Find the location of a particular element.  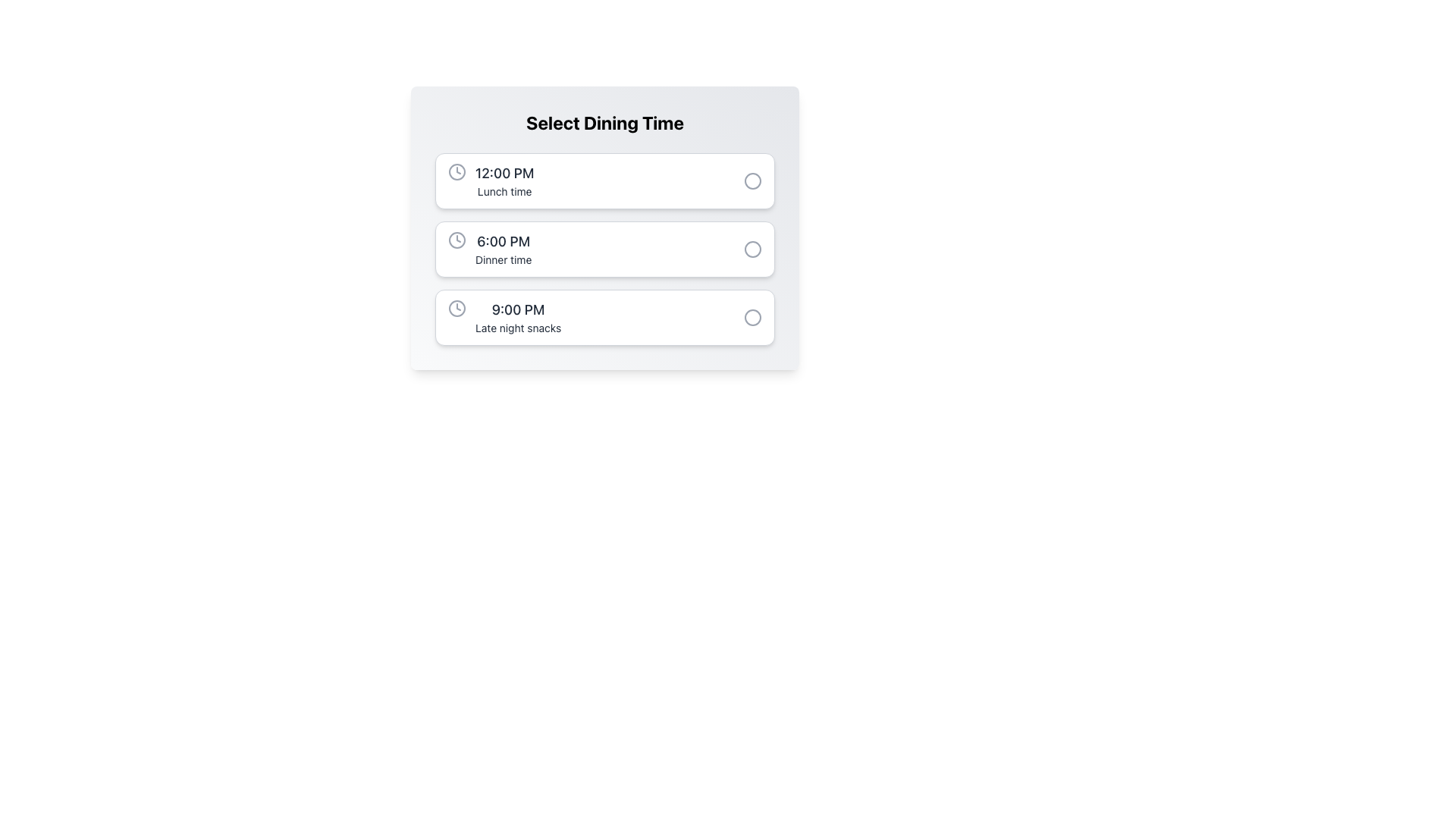

the list item displaying '9:00 PM' with the subtitle 'Late night snacks' in the 'Select Dining Time' selection list is located at coordinates (504, 317).